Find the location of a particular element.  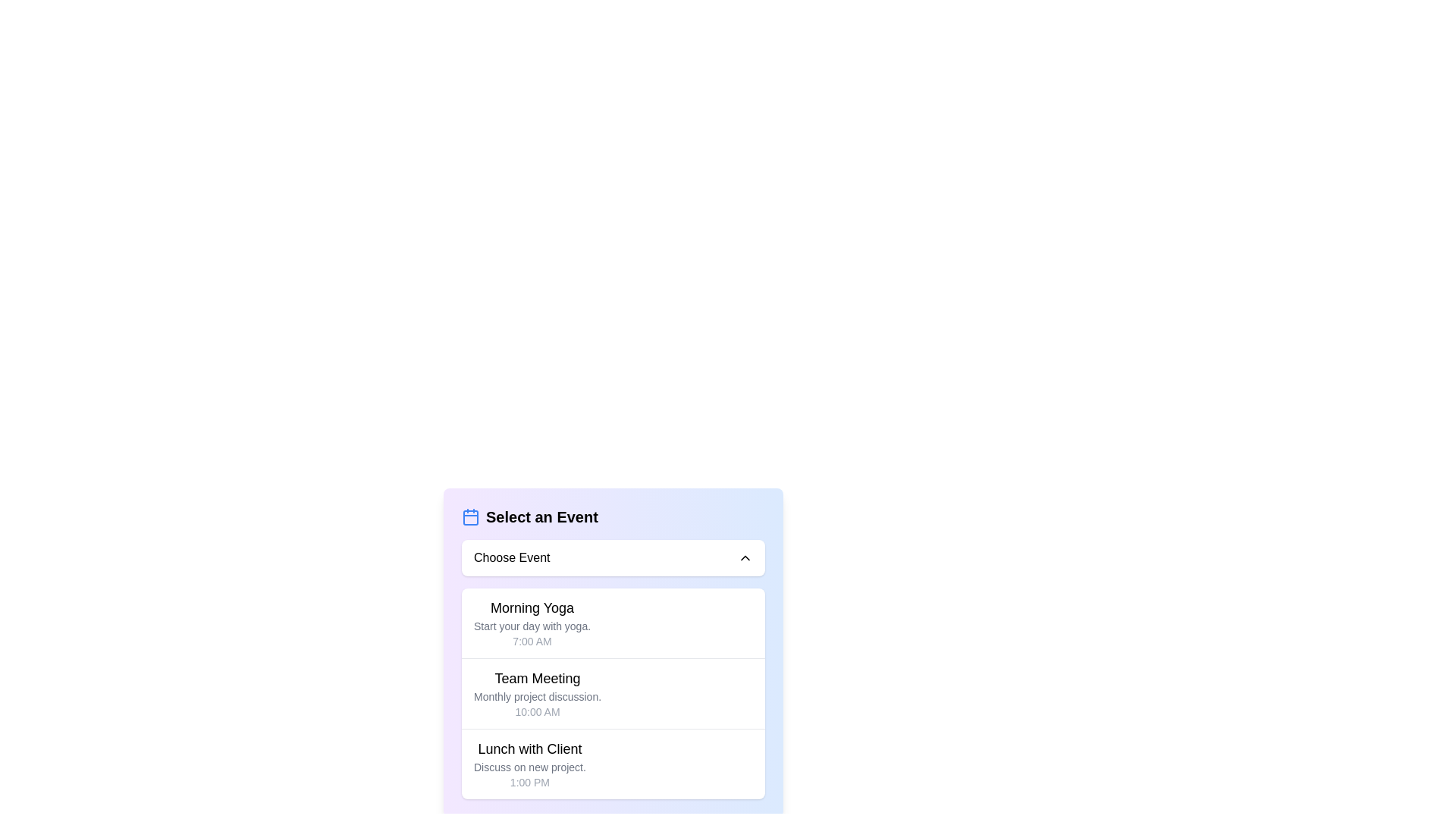

the event title text that identifies a specific event, positioned above the texts 'Monthly project discussion.' and '10:00 AM' is located at coordinates (538, 677).